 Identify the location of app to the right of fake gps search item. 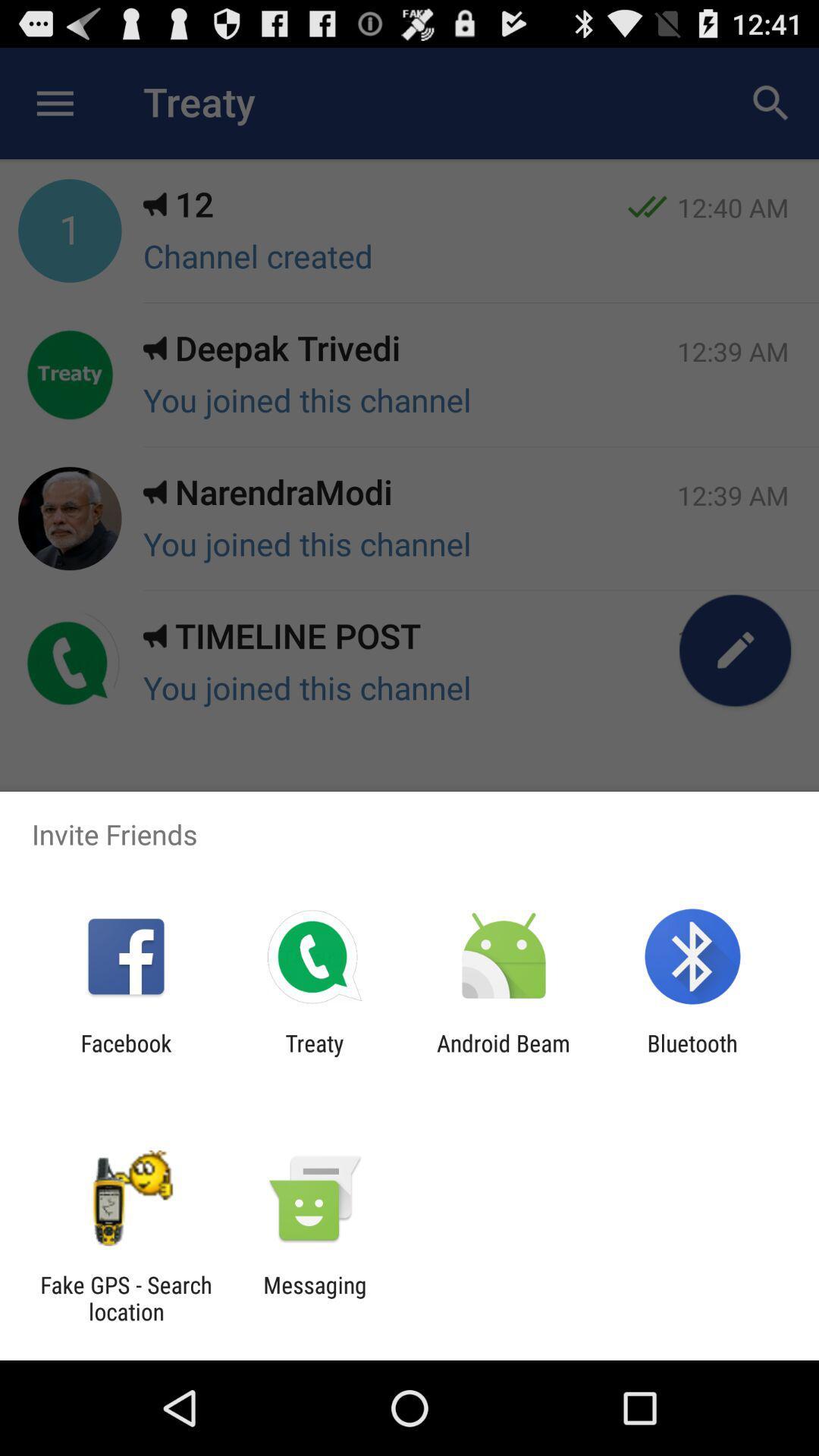
(314, 1298).